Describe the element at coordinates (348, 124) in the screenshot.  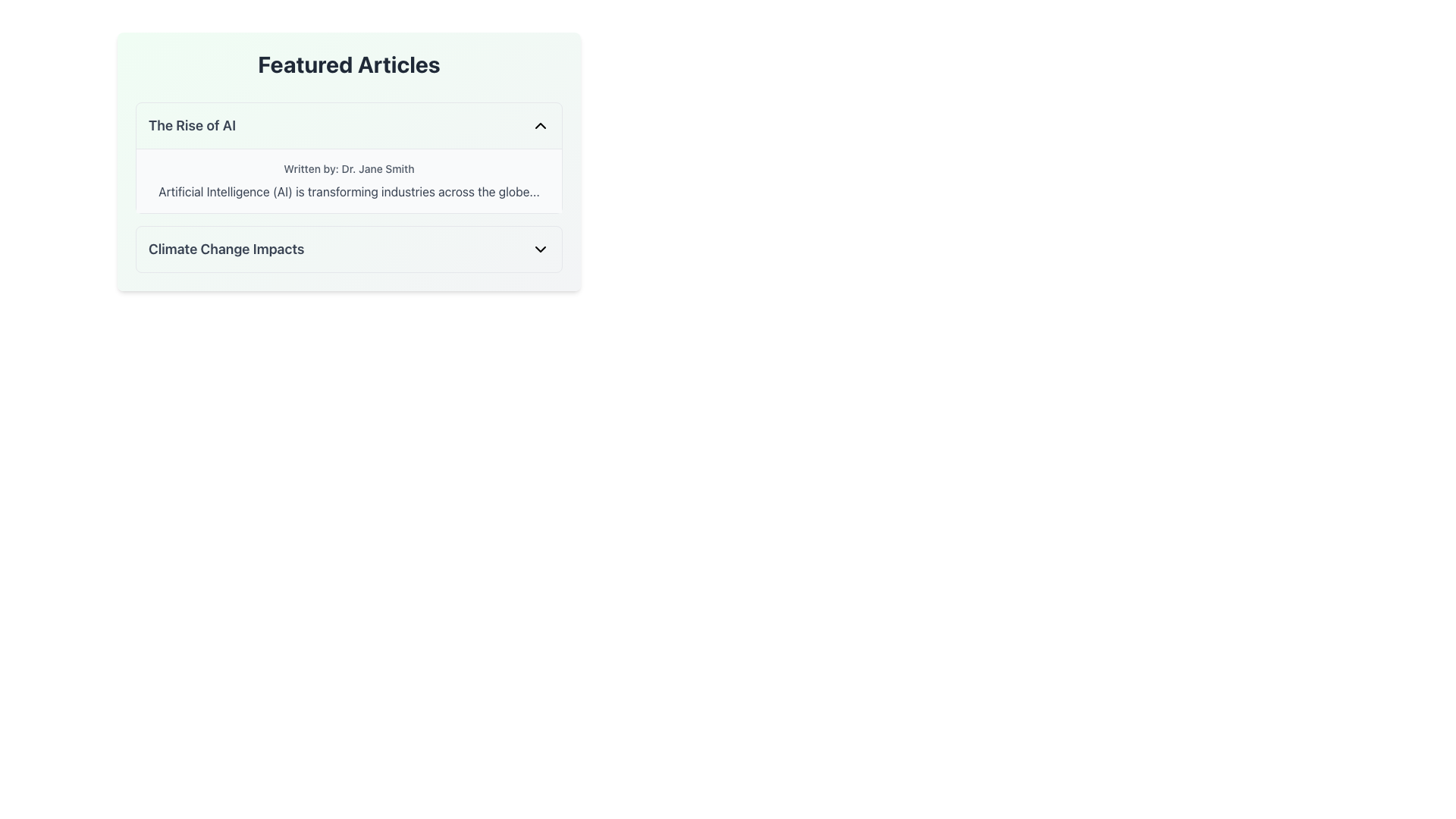
I see `the article title in the featured section` at that location.